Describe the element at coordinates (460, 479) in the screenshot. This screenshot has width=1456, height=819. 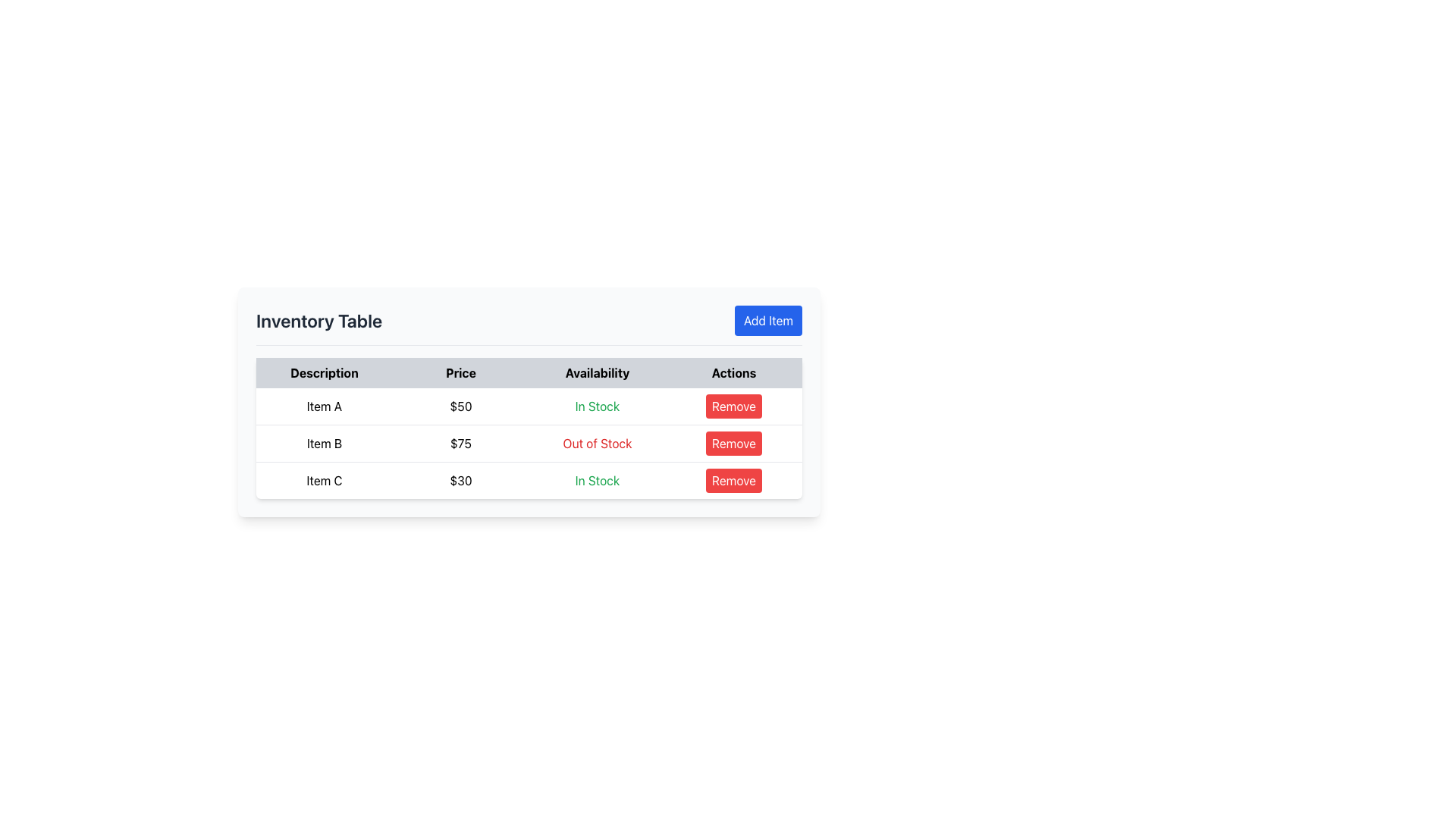
I see `the static text displaying the price of the item in the third row of the 'Inventory Table', located under the 'Price' column` at that location.